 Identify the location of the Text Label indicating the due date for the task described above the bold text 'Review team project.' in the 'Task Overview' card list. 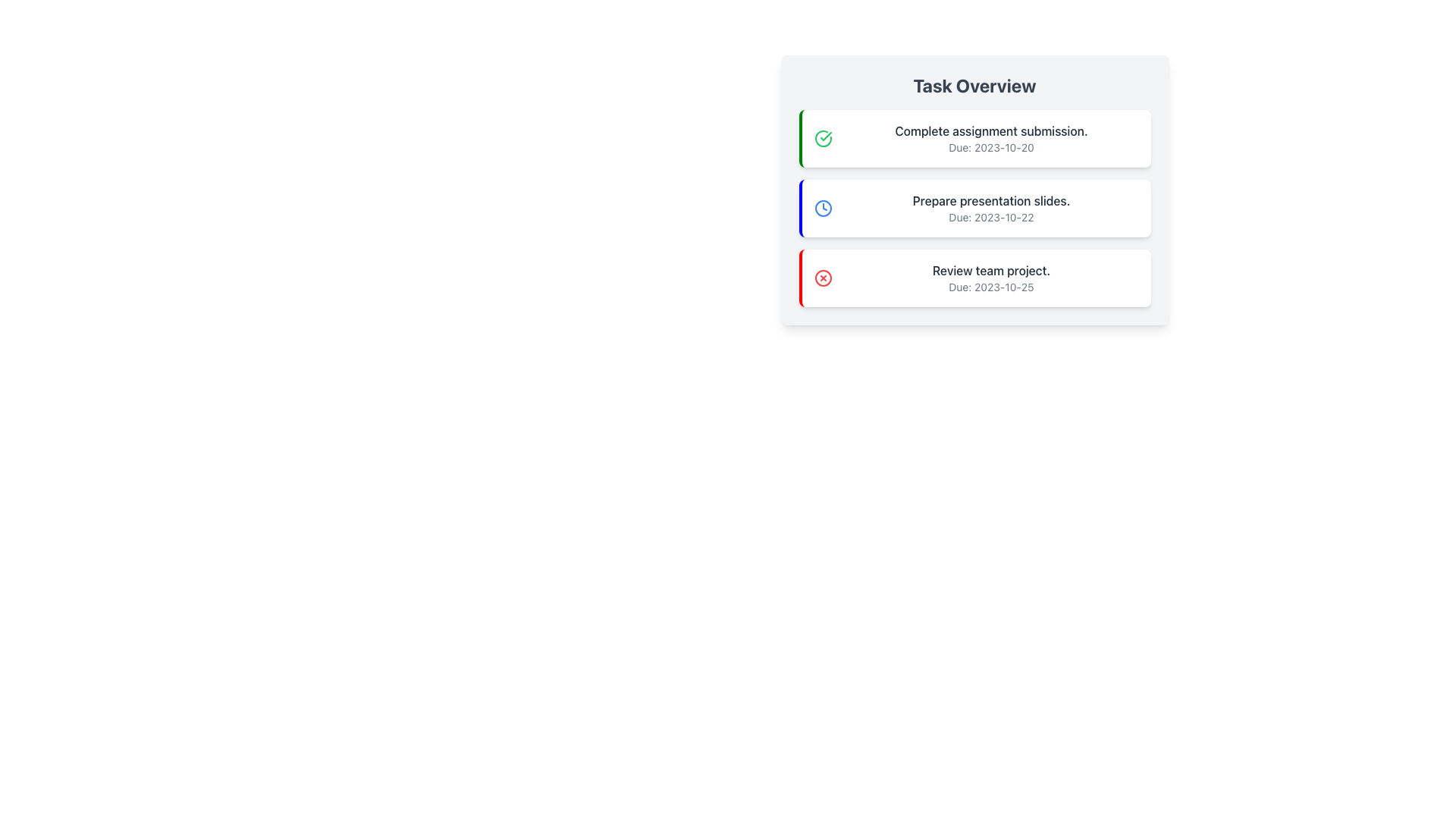
(991, 287).